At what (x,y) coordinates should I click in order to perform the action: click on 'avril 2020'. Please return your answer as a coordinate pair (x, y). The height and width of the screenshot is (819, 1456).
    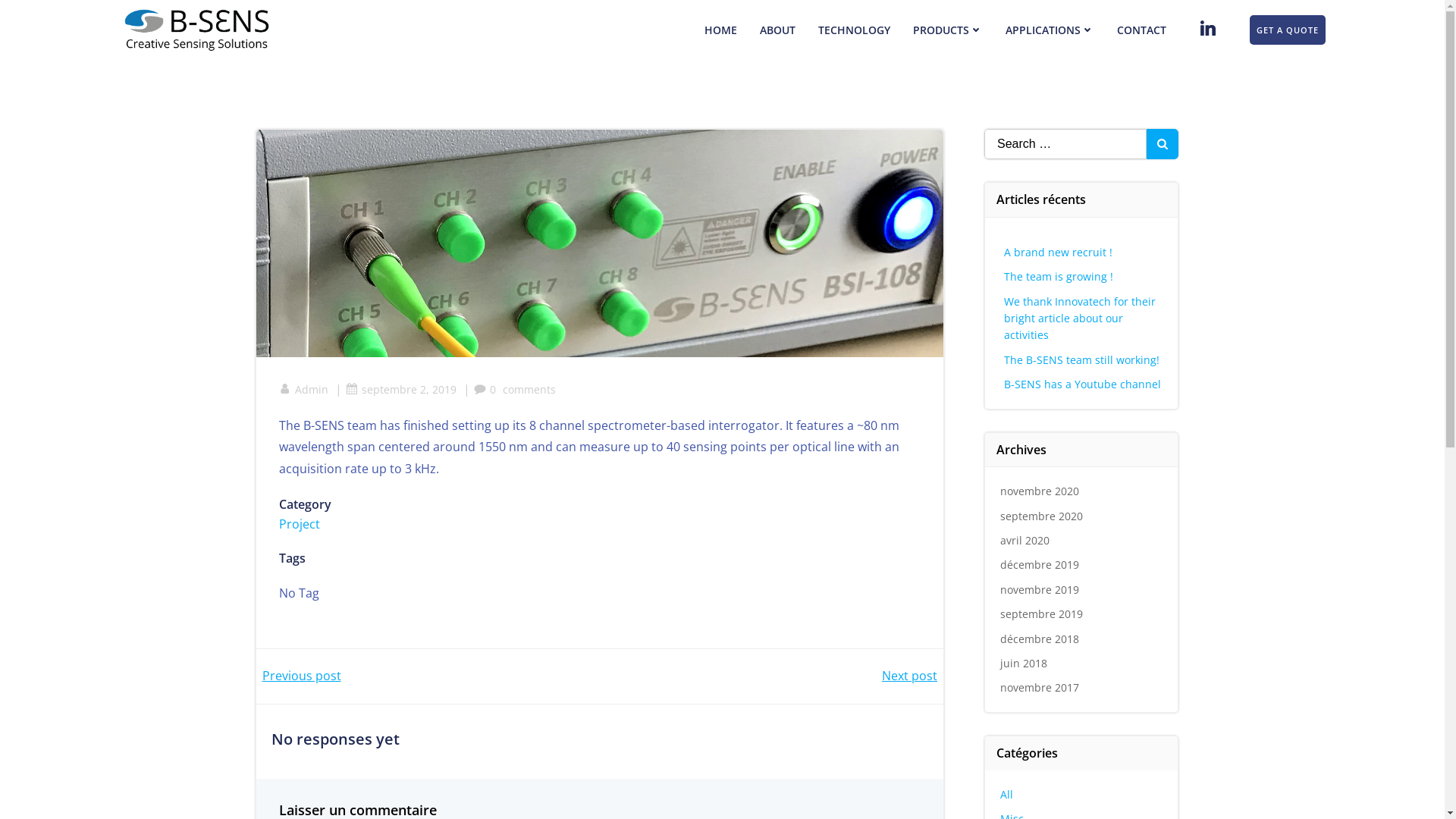
    Looking at the image, I should click on (1025, 539).